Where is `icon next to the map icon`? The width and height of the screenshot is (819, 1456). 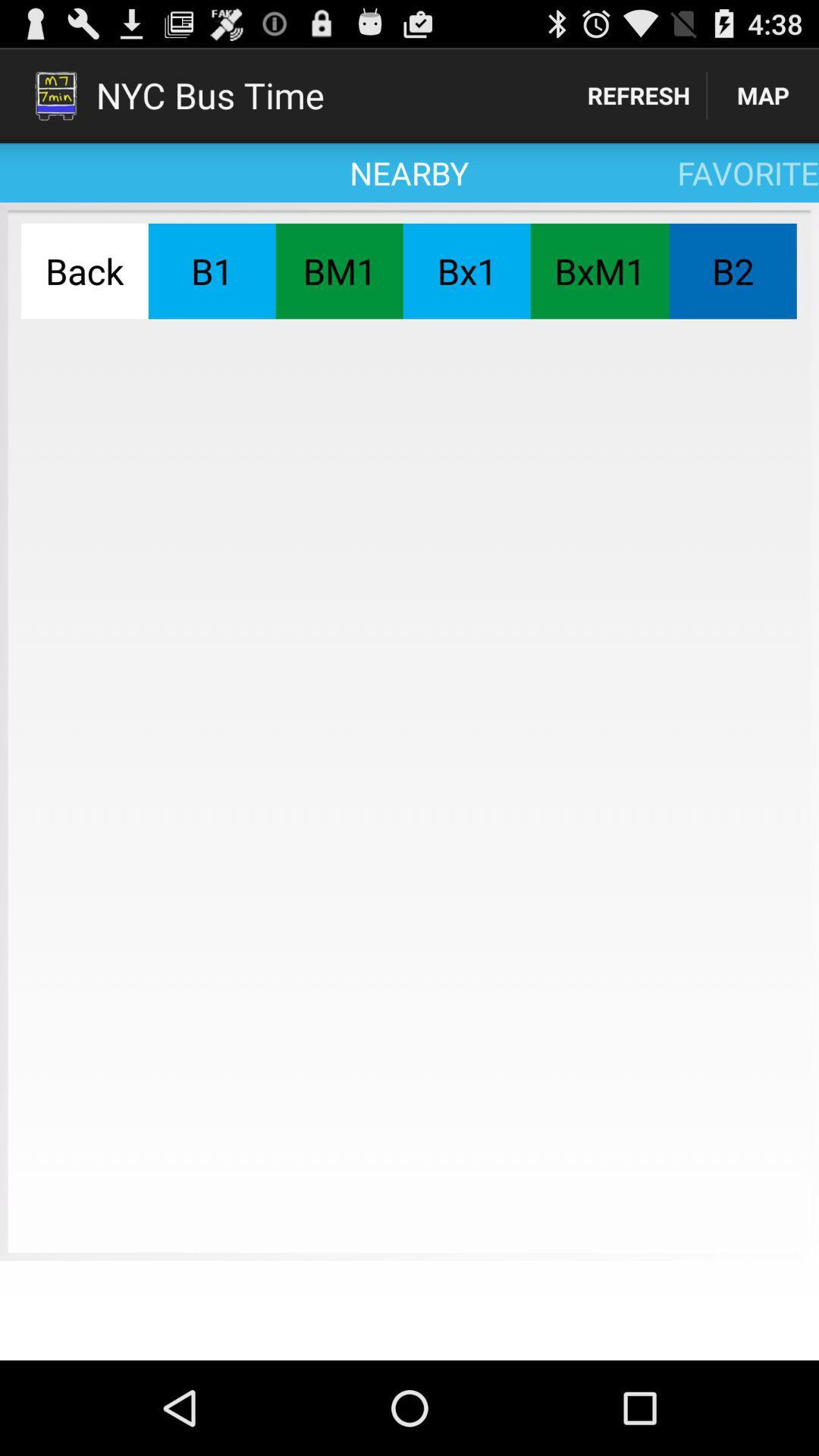 icon next to the map icon is located at coordinates (639, 94).